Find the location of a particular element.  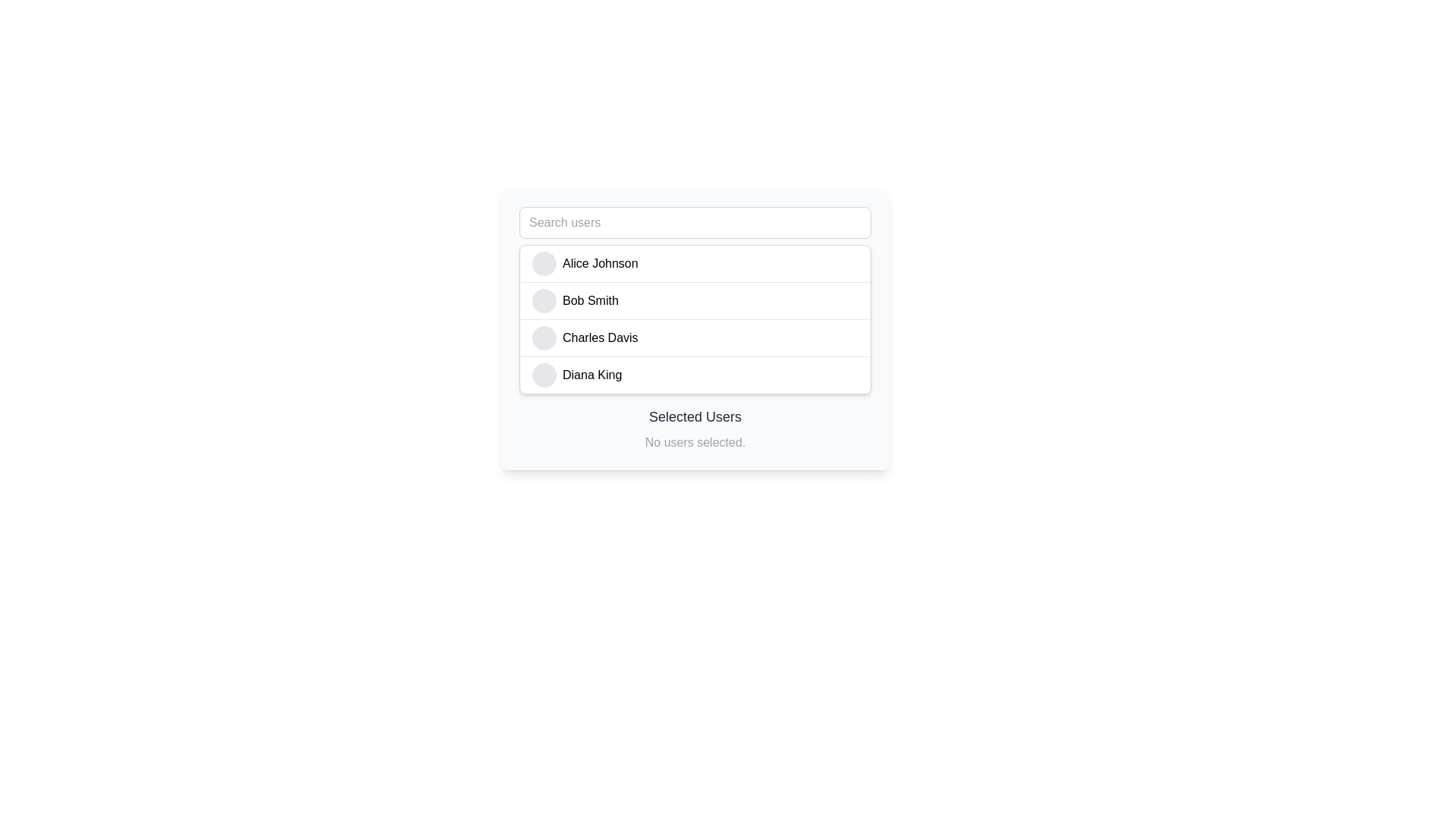

the list item displaying the name 'Bob Smith' to visualize additional information is located at coordinates (694, 300).